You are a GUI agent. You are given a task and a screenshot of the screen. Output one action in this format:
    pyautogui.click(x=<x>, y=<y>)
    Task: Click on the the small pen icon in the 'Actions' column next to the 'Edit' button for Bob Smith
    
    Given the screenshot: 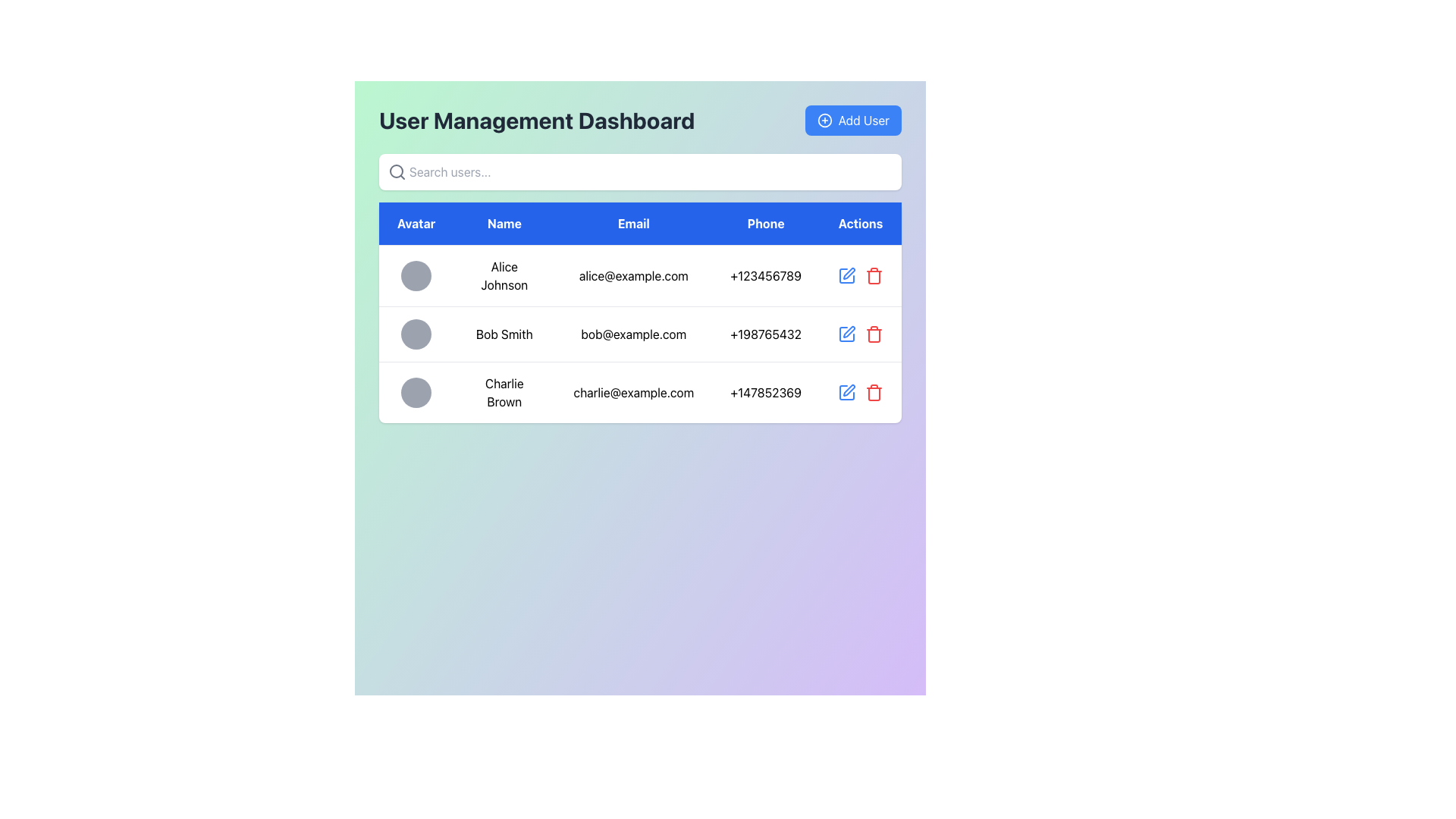 What is the action you would take?
    pyautogui.click(x=848, y=331)
    